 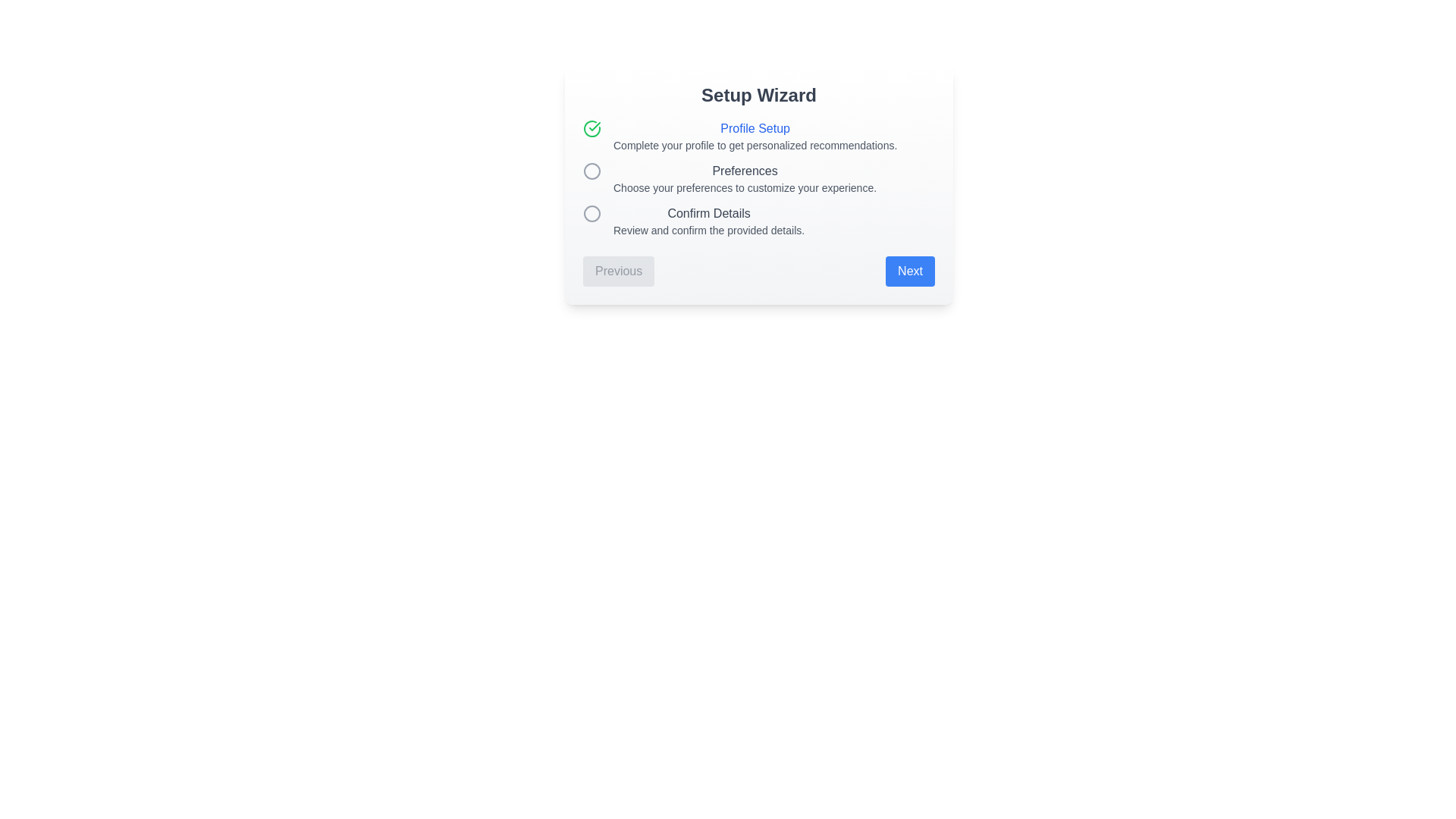 I want to click on the Next button to navigate the steps, so click(x=910, y=271).